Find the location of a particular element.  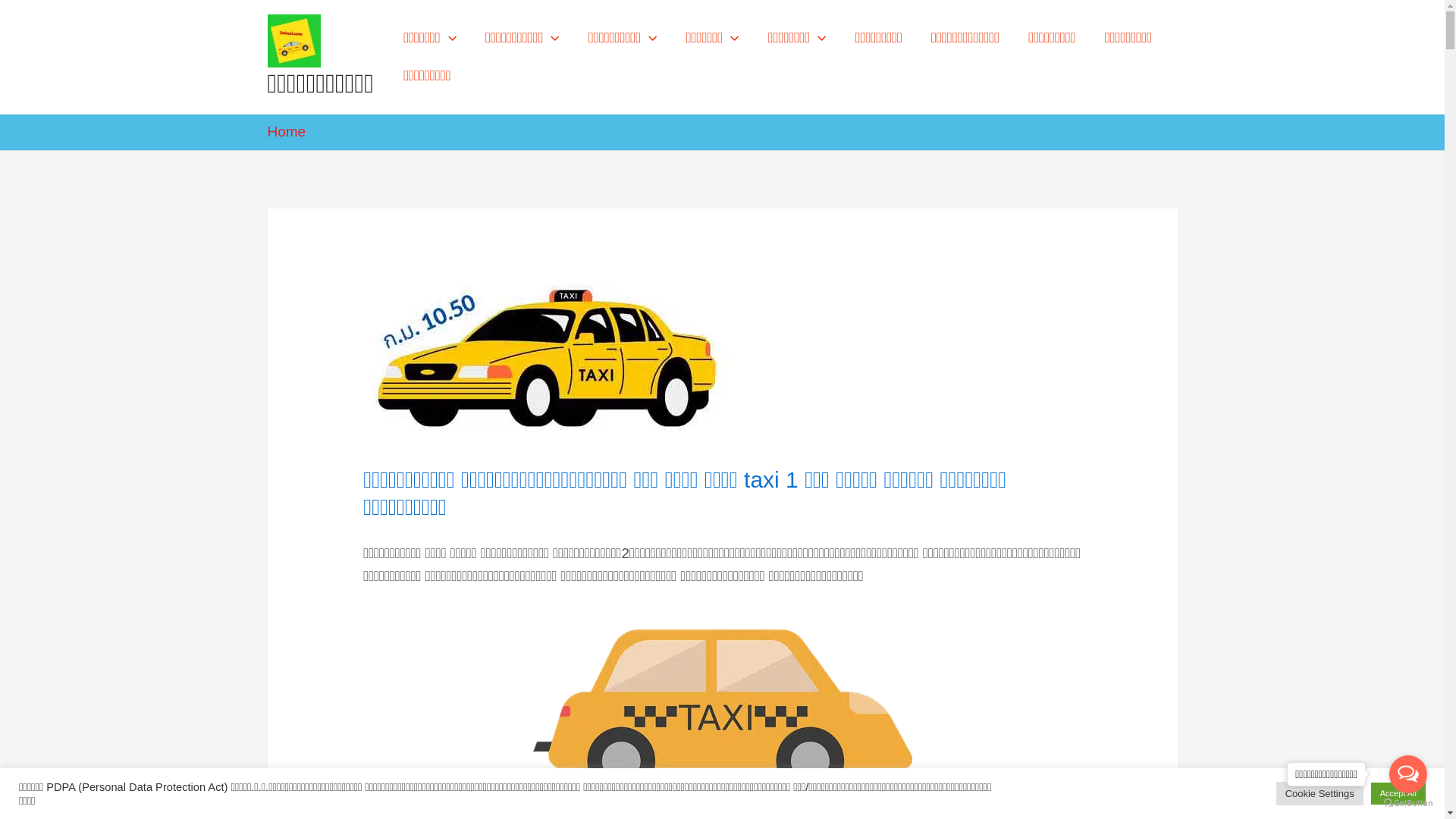

'Cookie Settings' is located at coordinates (1319, 792).